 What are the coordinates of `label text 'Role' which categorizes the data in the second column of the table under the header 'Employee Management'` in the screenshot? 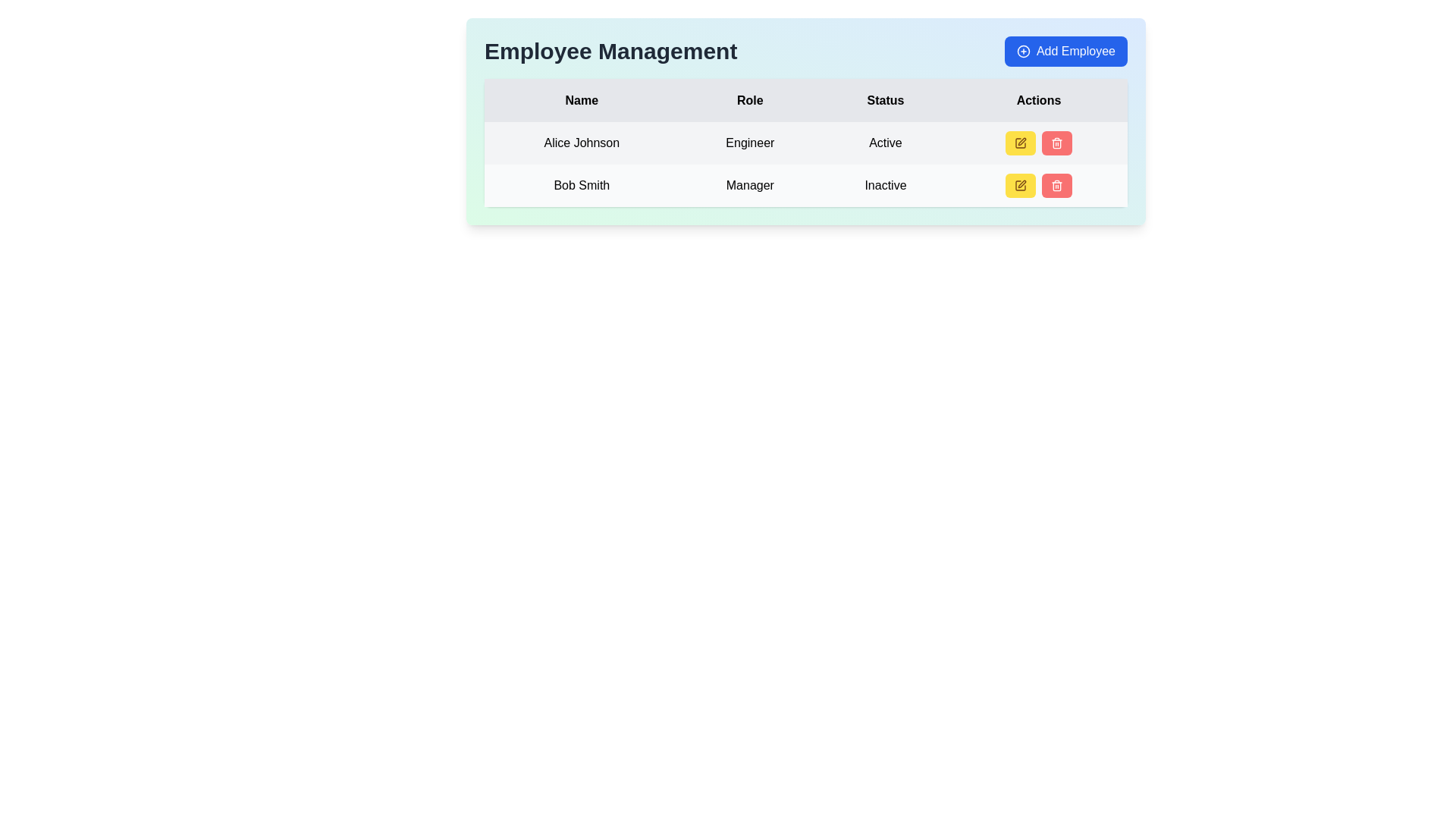 It's located at (750, 100).